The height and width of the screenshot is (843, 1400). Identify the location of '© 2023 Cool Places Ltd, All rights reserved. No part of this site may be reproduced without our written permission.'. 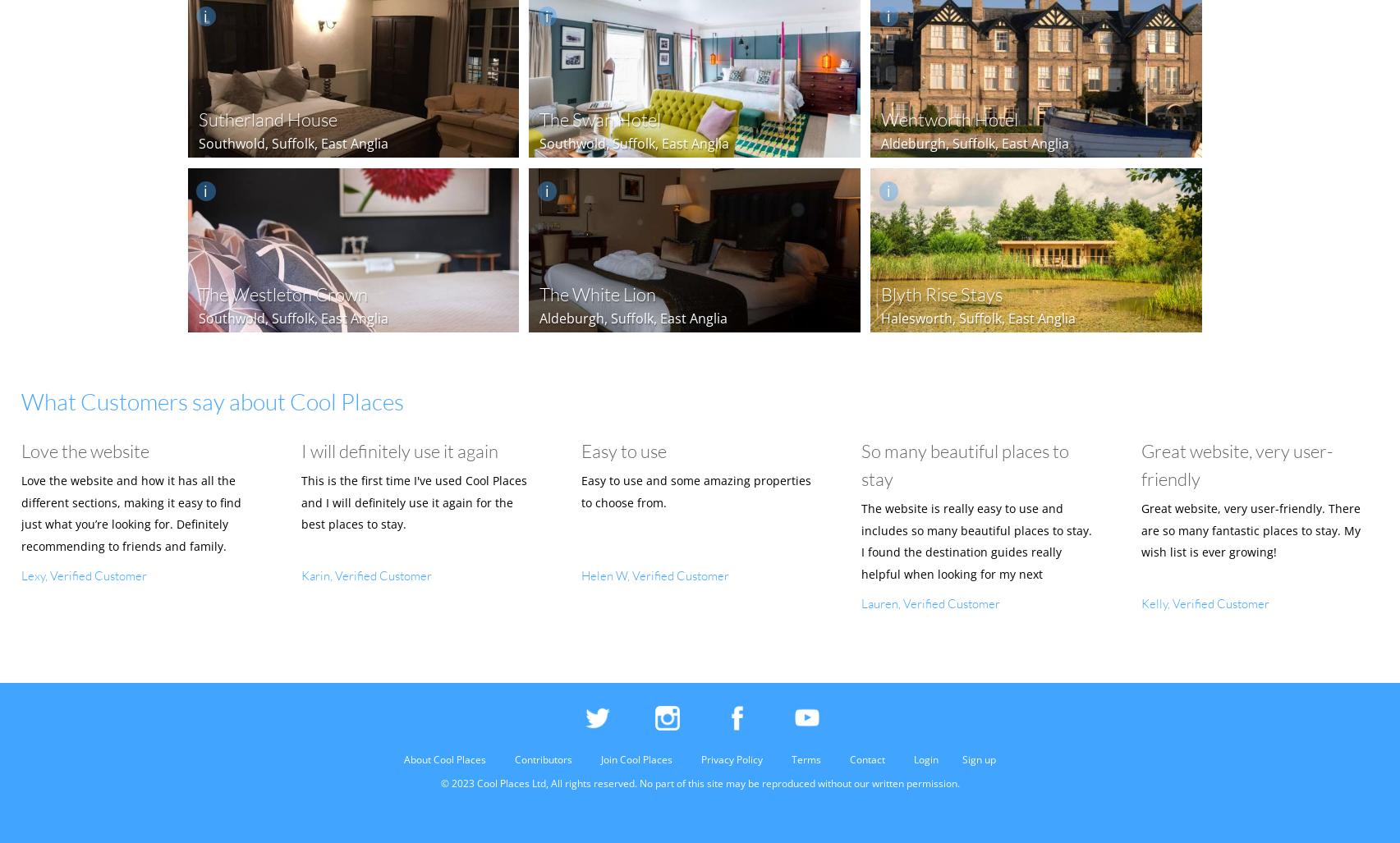
(699, 783).